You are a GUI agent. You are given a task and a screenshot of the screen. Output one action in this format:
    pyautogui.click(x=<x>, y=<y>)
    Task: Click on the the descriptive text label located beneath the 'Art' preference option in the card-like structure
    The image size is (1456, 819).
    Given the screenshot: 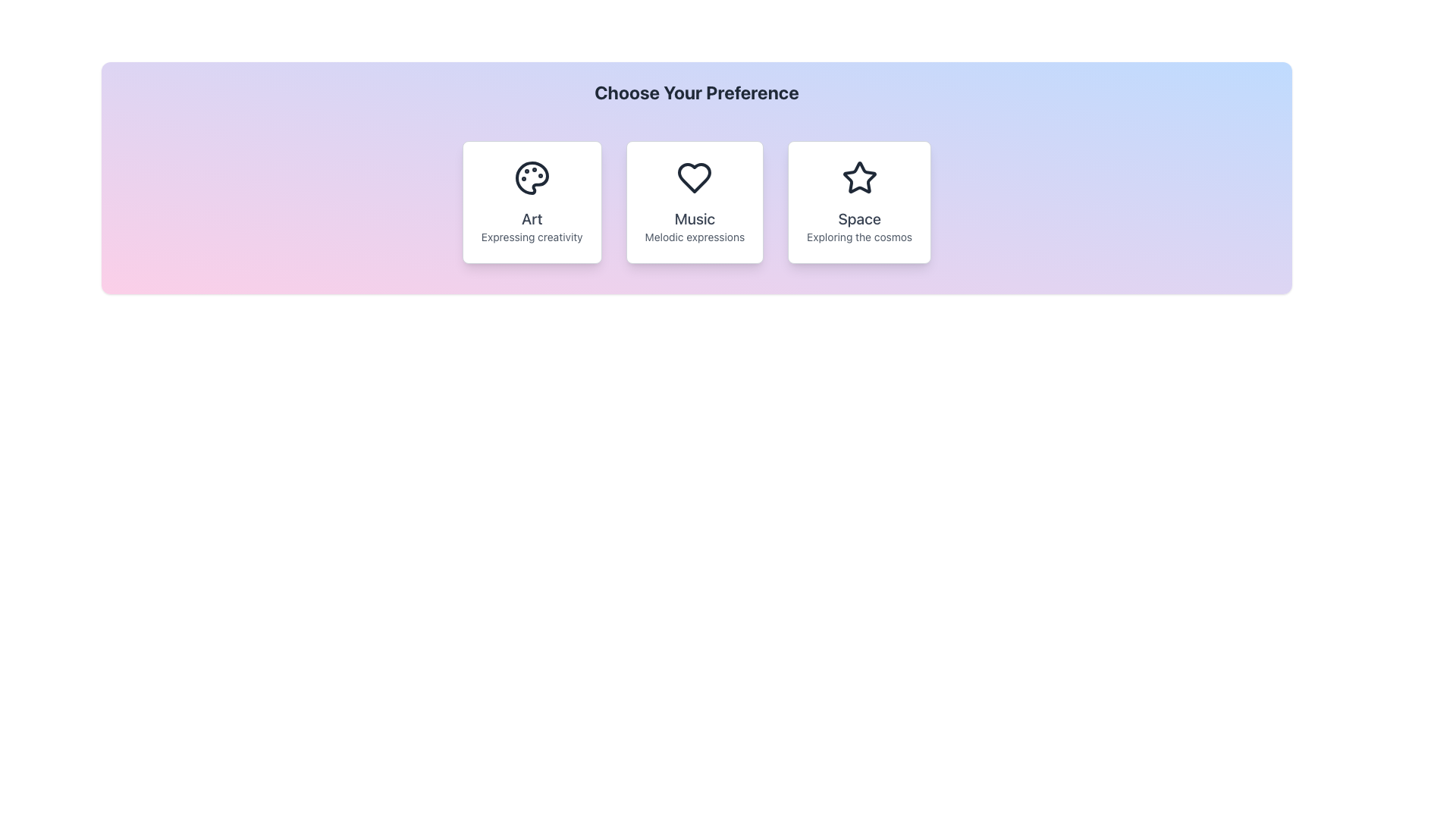 What is the action you would take?
    pyautogui.click(x=532, y=237)
    